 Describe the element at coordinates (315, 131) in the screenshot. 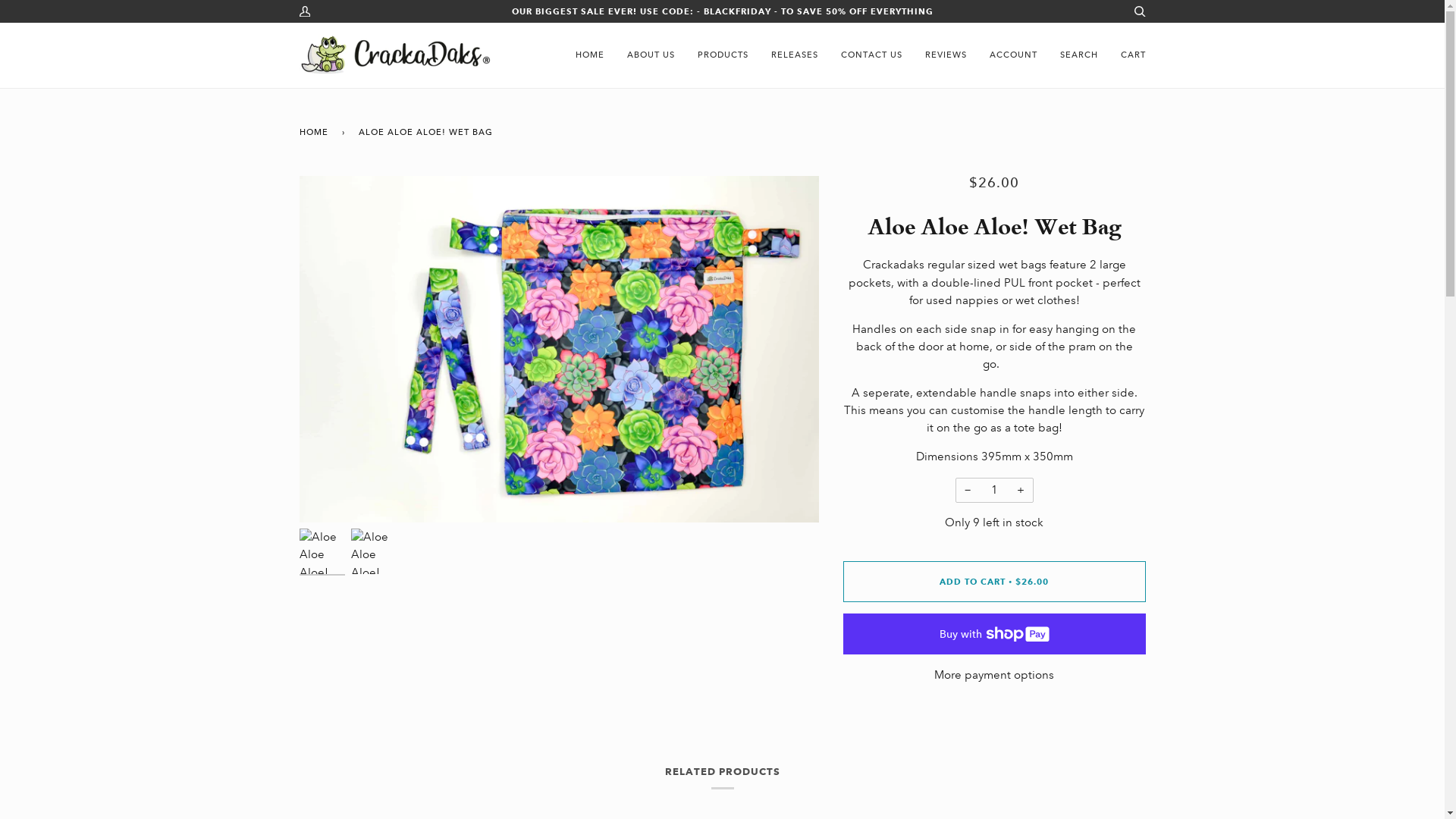

I see `'HOME'` at that location.